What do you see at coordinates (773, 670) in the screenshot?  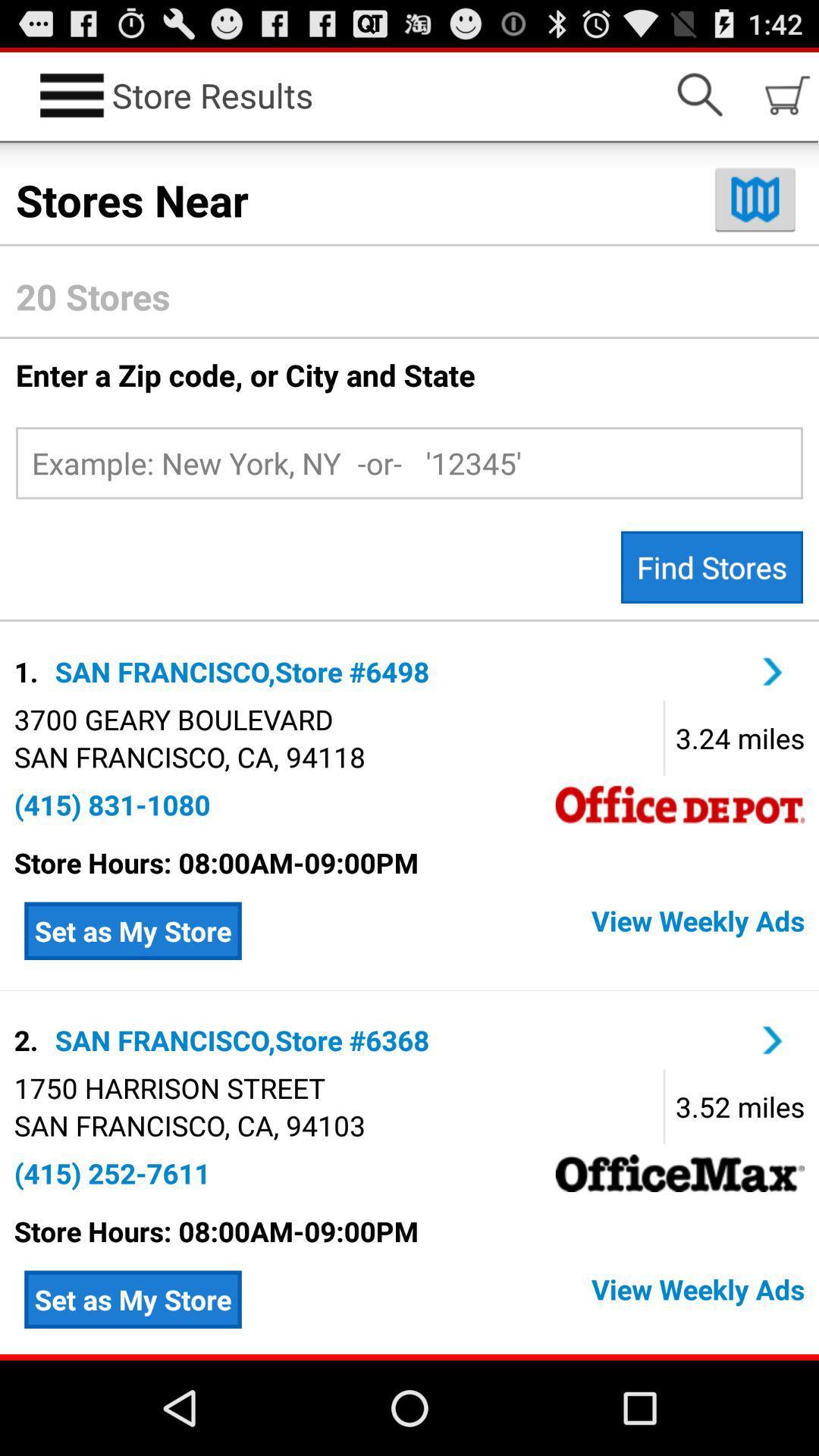 I see `san francisco store 6498` at bounding box center [773, 670].